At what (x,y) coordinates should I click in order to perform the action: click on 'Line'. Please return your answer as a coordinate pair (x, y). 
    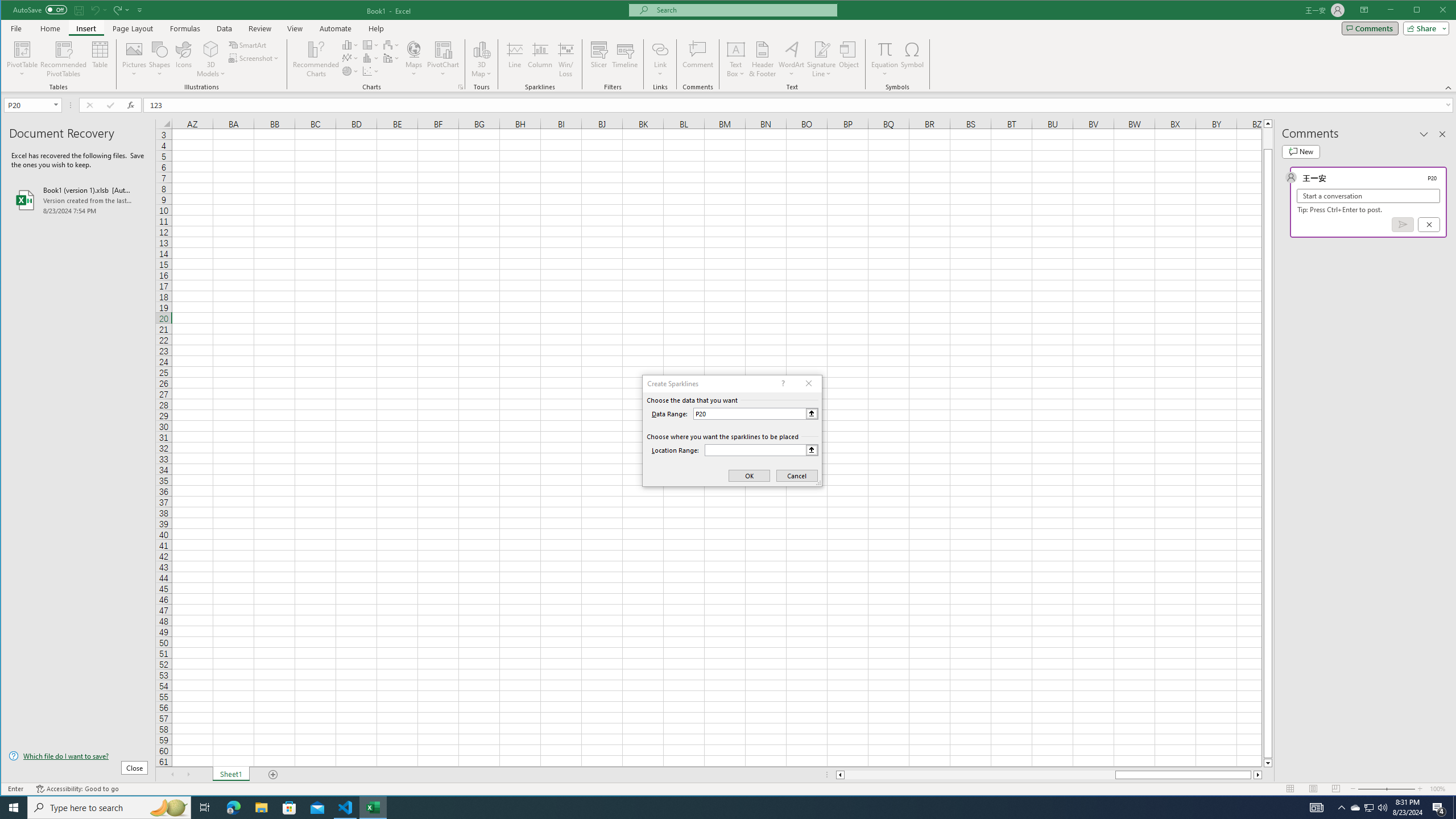
    Looking at the image, I should click on (514, 59).